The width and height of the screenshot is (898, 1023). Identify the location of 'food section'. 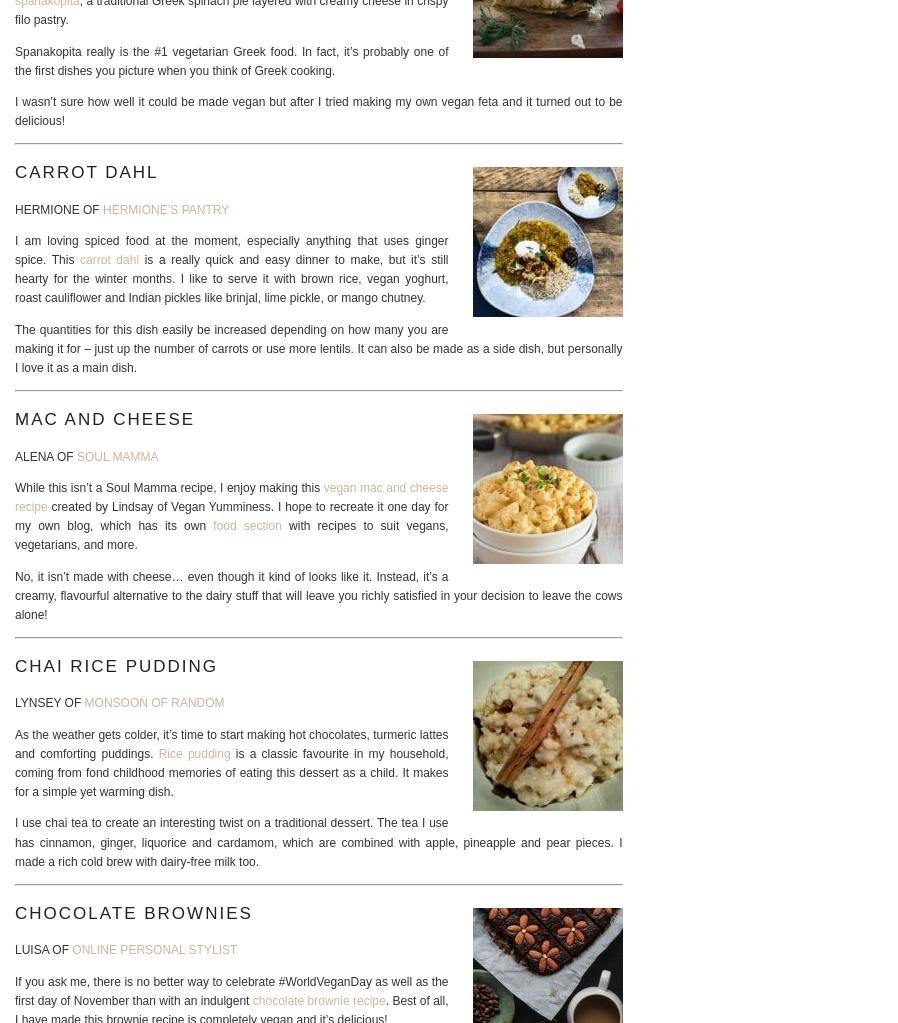
(247, 525).